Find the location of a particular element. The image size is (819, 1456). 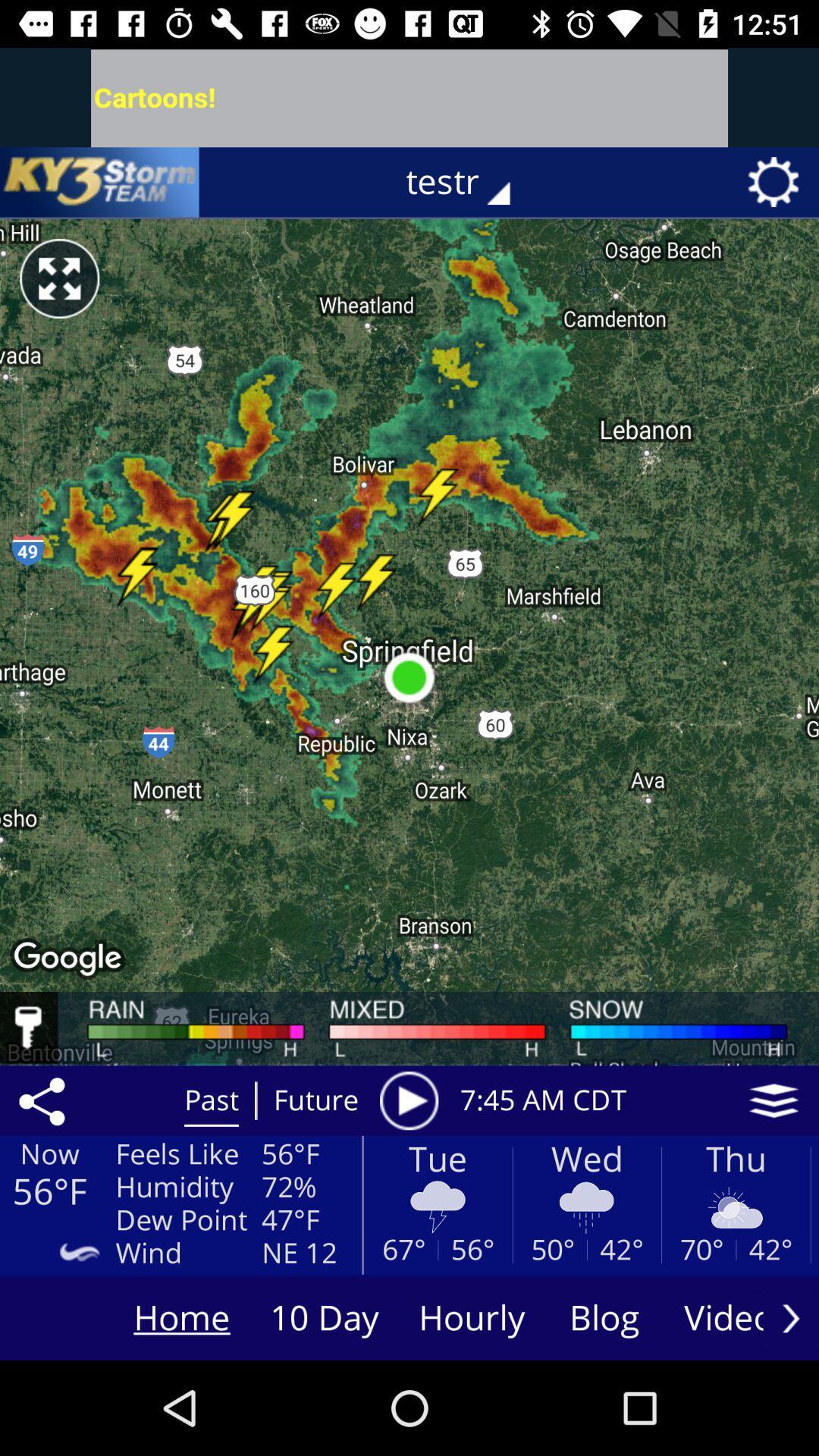

the layers icon is located at coordinates (773, 1100).